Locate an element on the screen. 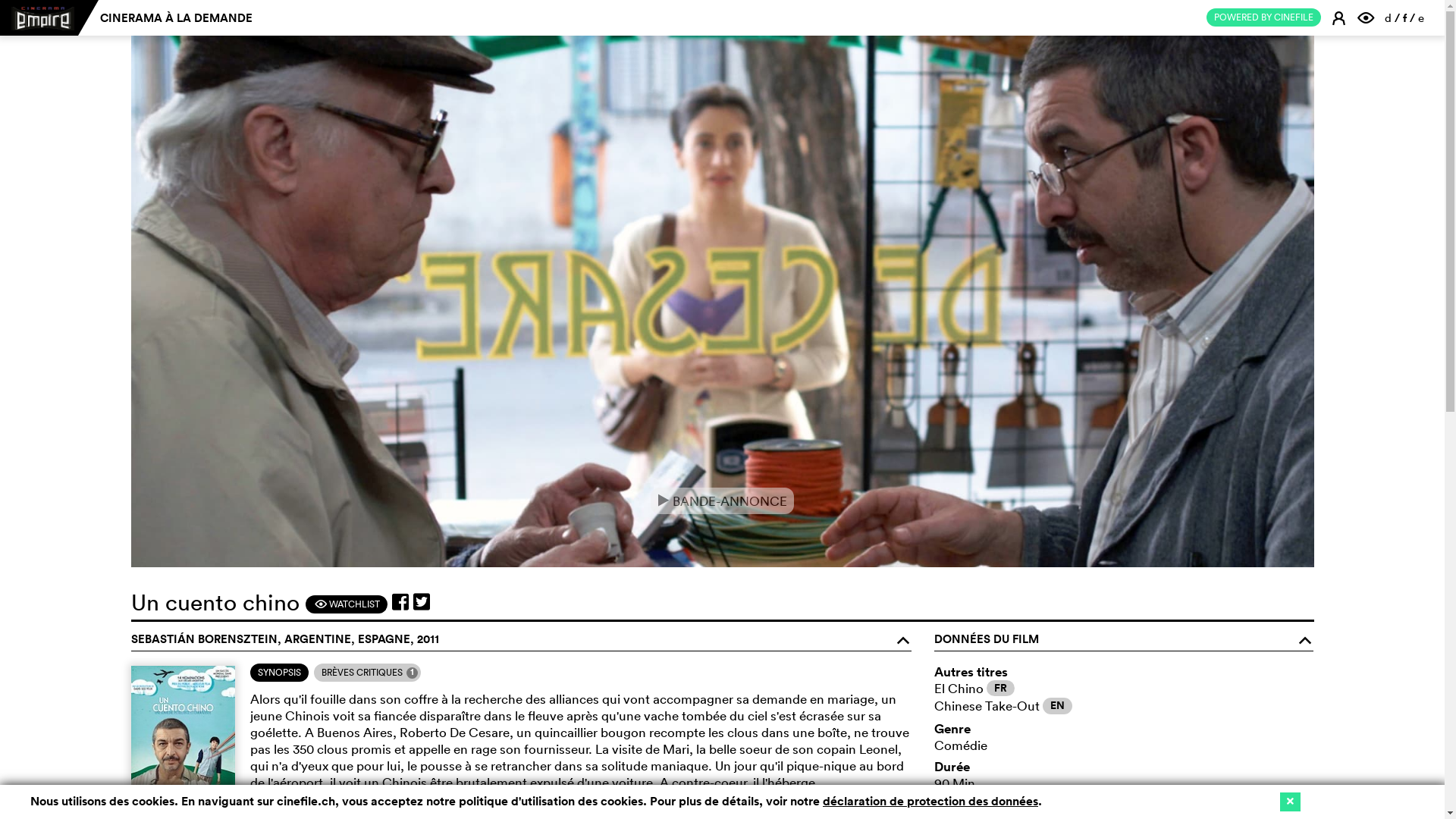  'd' is located at coordinates (1388, 17).